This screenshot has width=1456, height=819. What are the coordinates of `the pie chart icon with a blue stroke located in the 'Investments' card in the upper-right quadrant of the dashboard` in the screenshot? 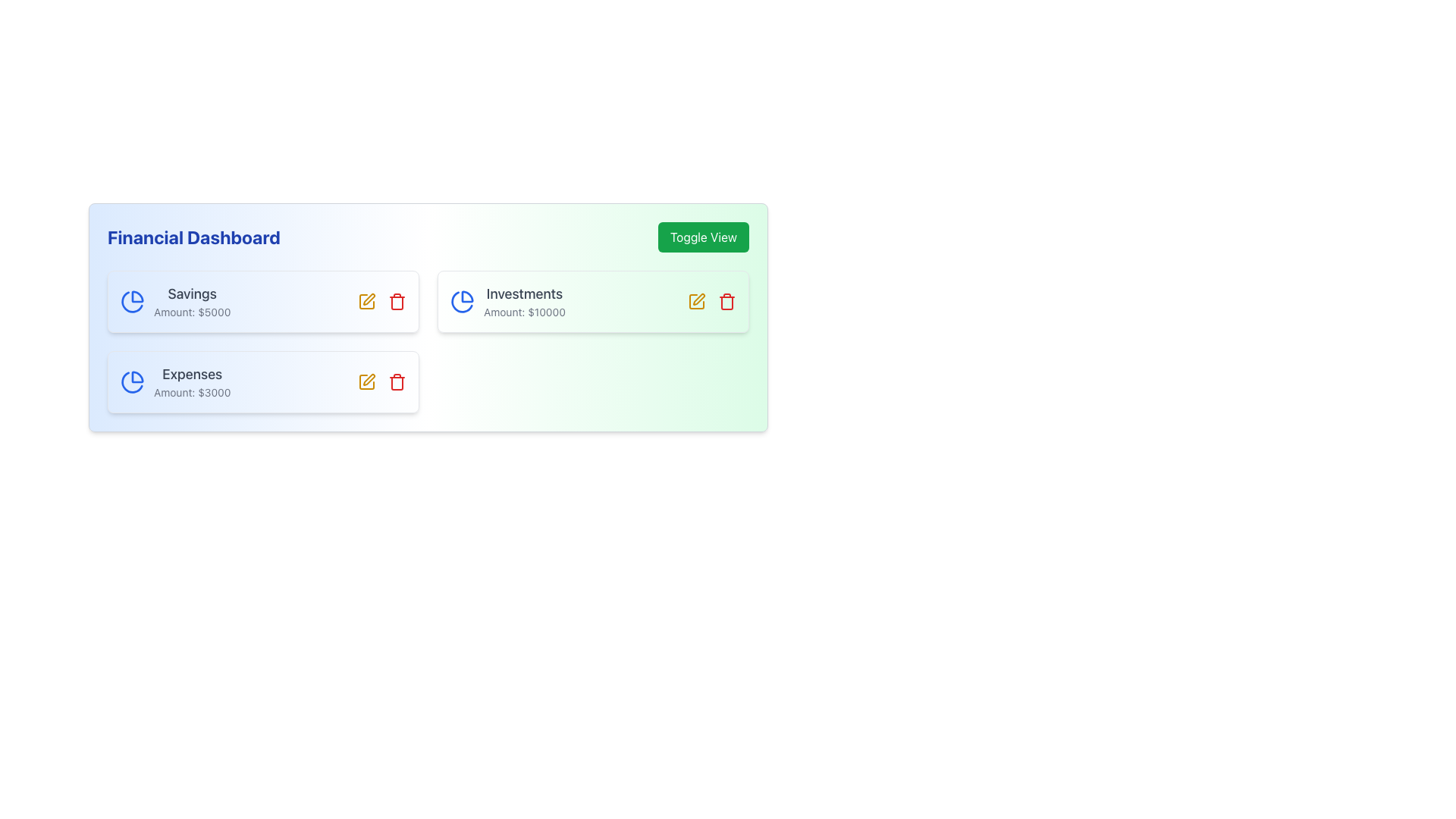 It's located at (461, 302).